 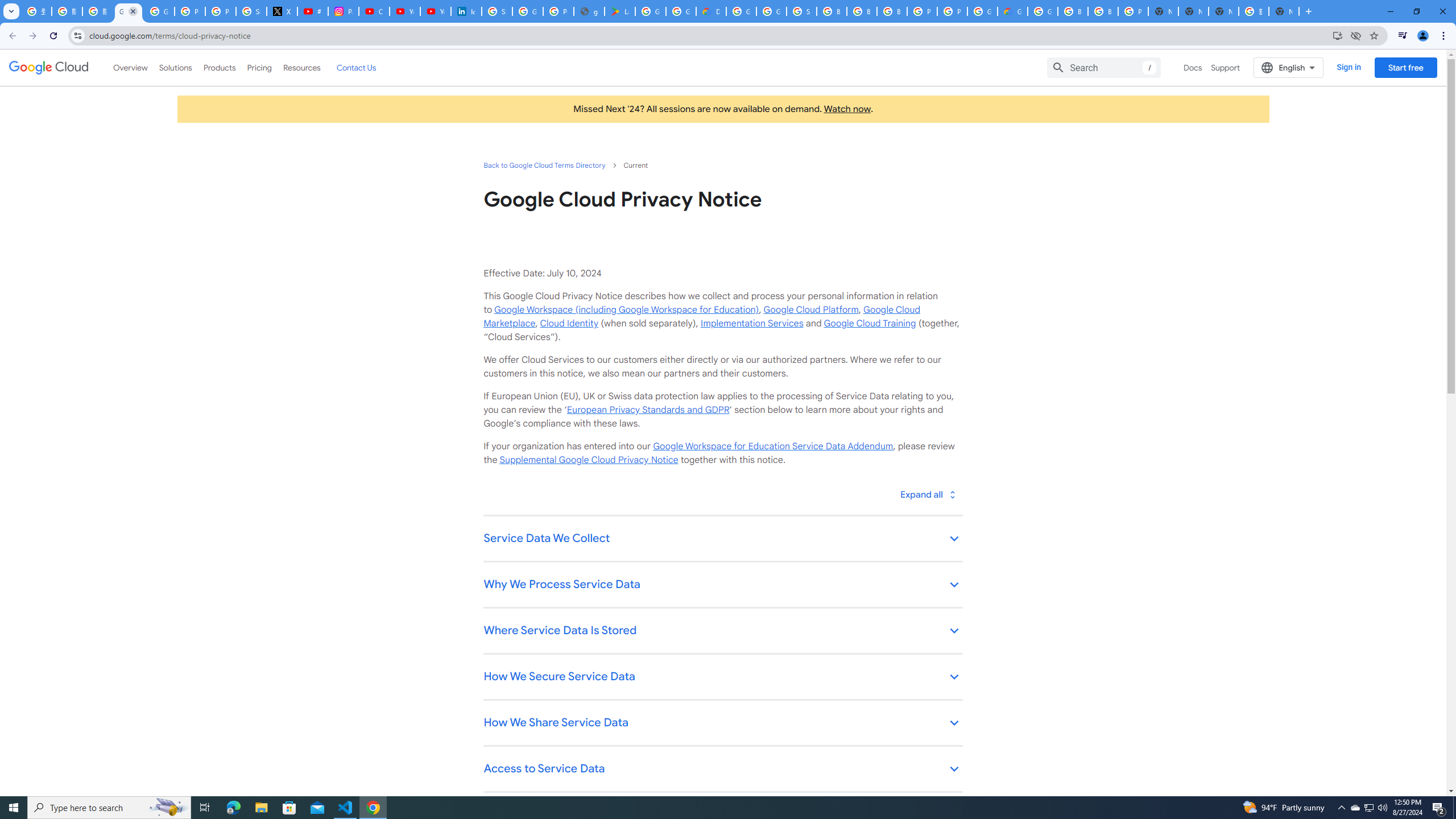 What do you see at coordinates (810, 309) in the screenshot?
I see `'Google Cloud Platform'` at bounding box center [810, 309].